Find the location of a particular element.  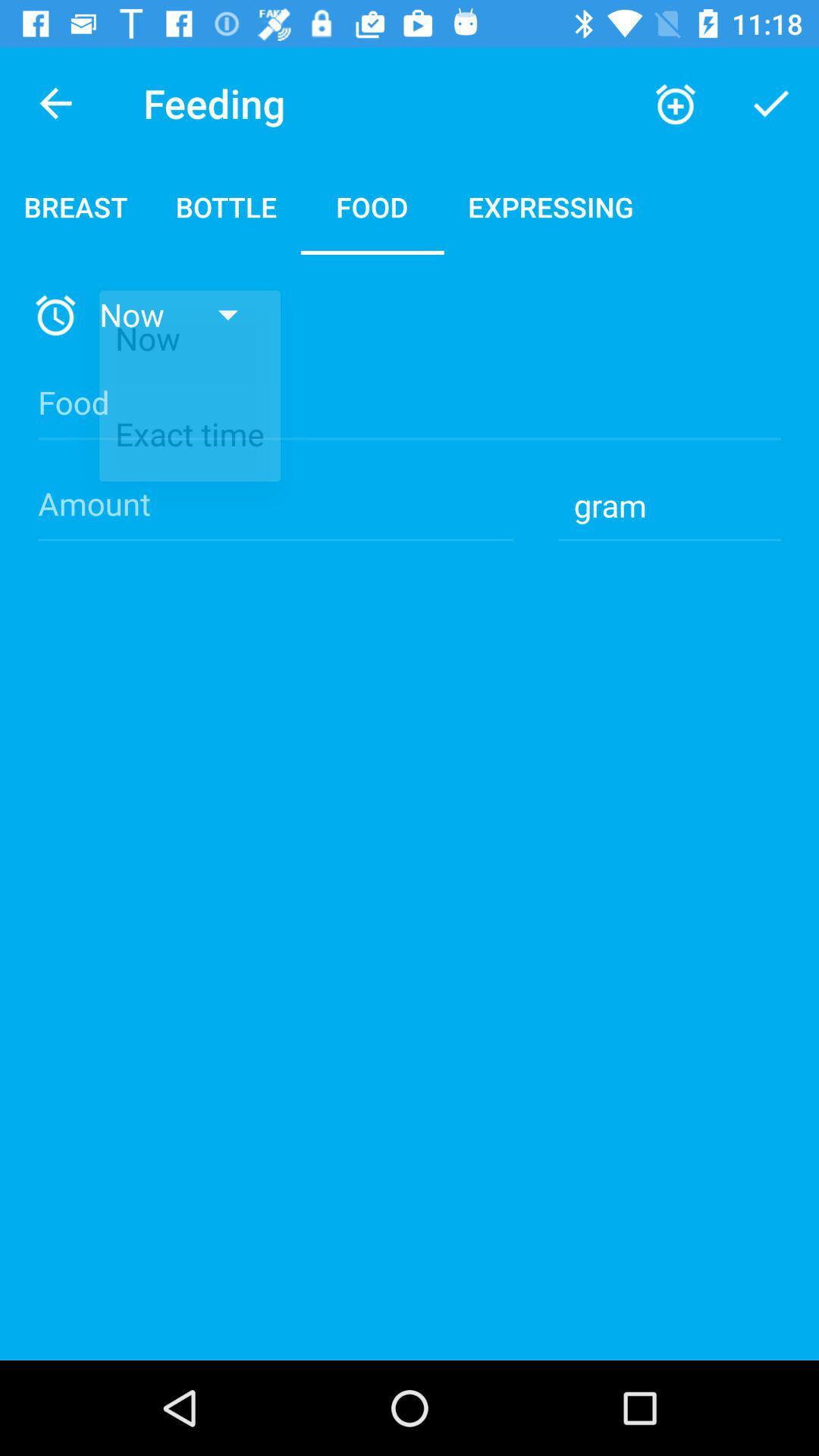

food for view is located at coordinates (409, 416).